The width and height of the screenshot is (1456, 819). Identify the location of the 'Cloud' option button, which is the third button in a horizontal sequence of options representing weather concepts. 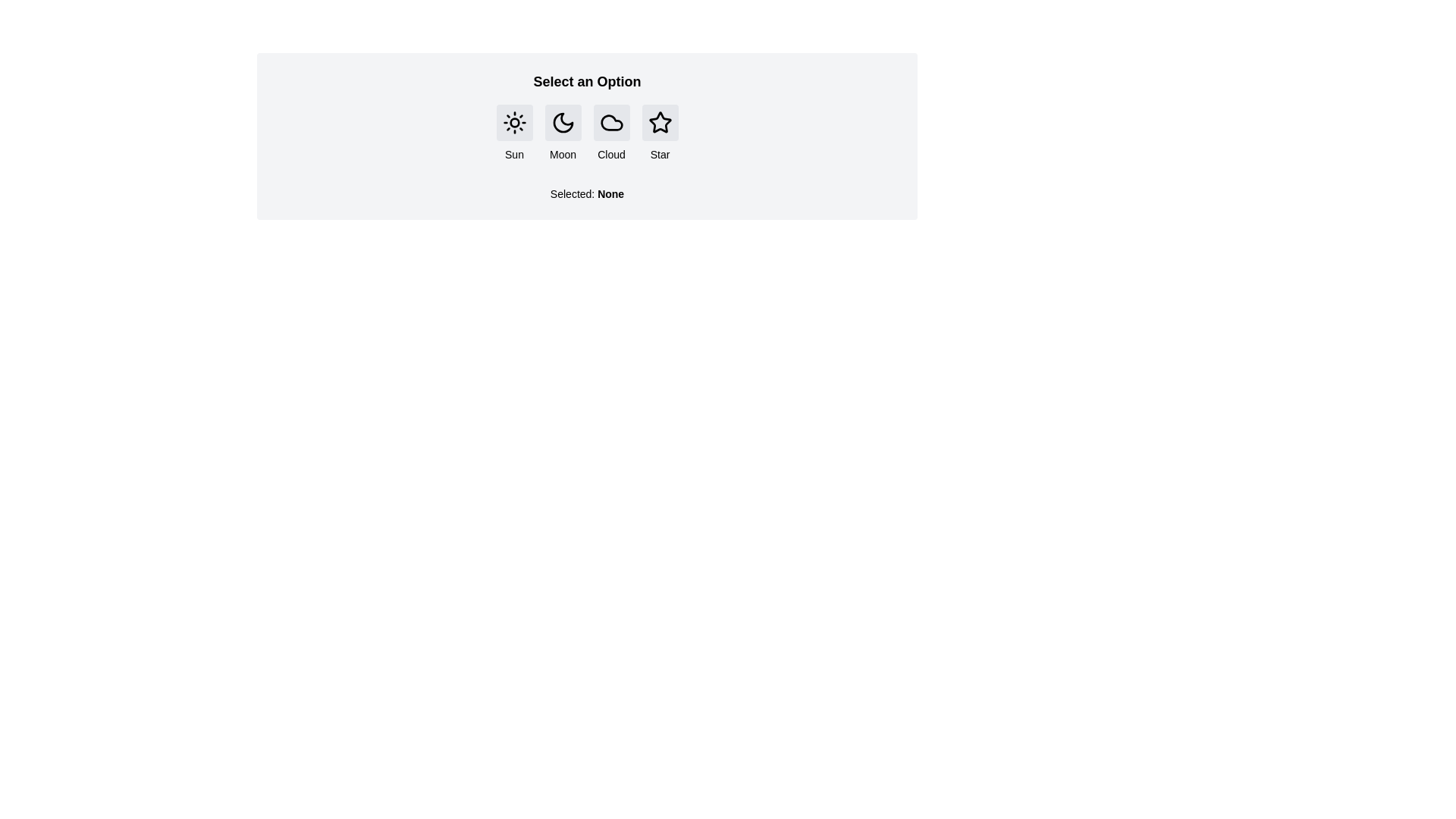
(611, 133).